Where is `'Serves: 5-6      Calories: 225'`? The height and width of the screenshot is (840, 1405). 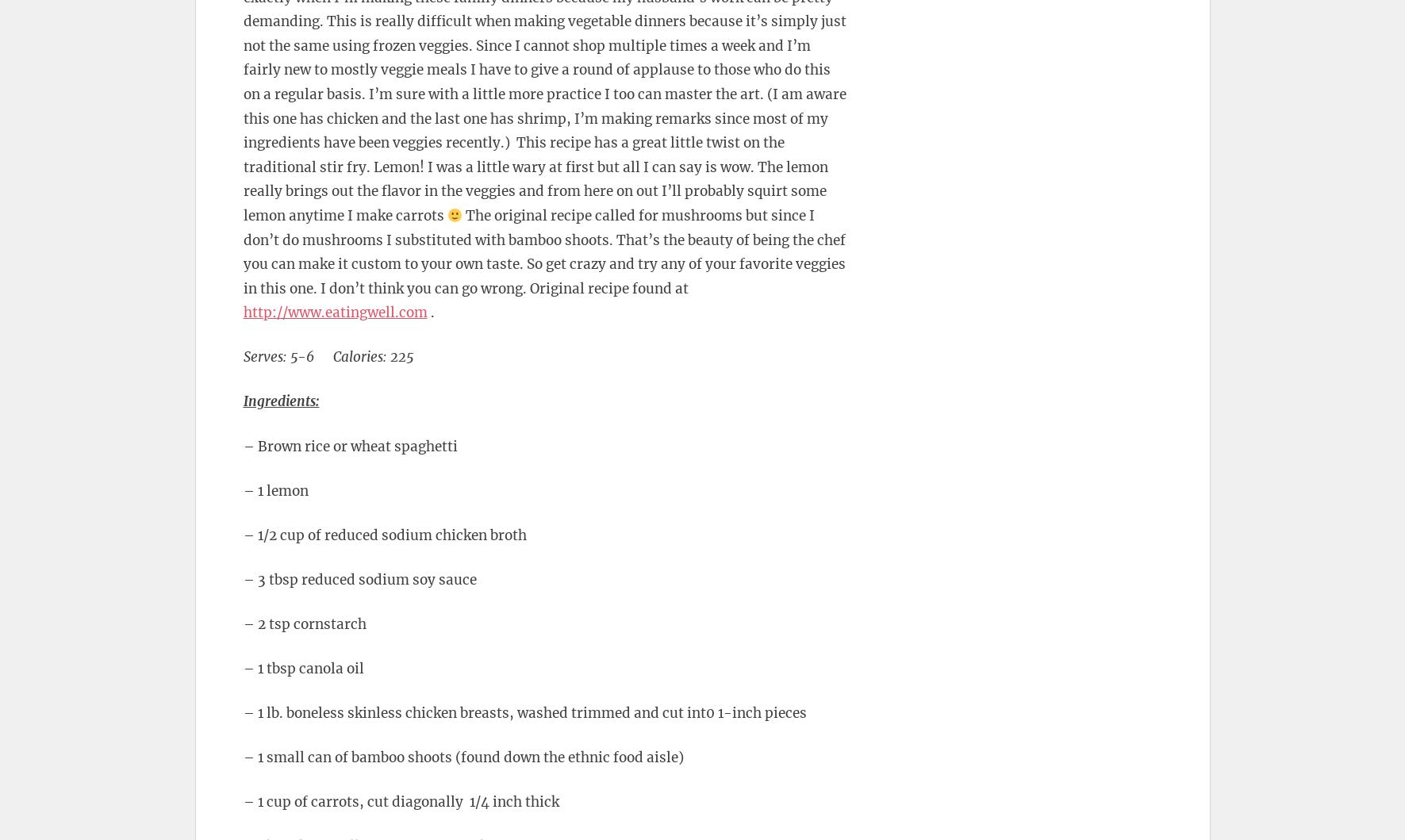
'Serves: 5-6      Calories: 225' is located at coordinates (242, 356).